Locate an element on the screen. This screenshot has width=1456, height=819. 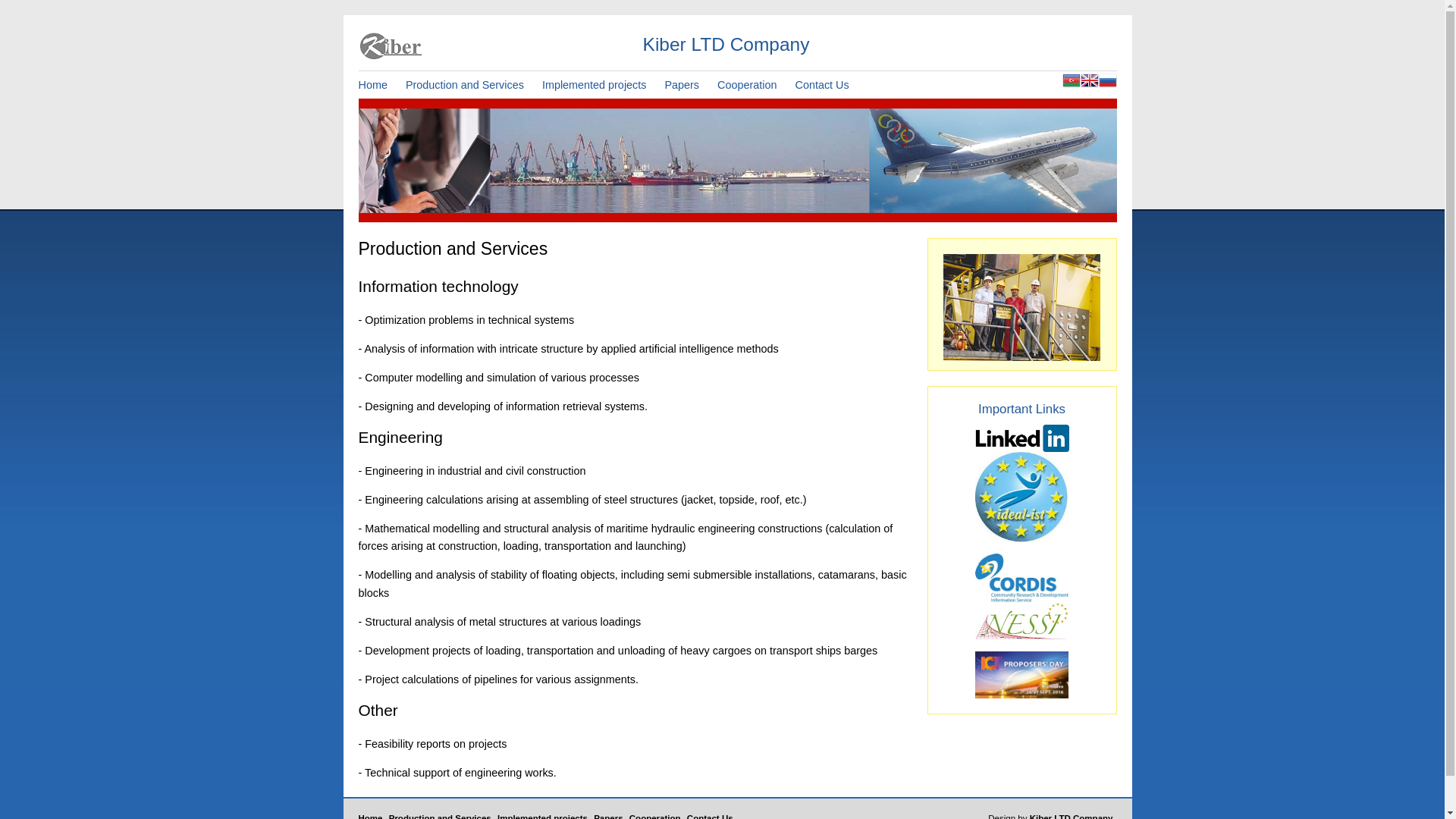
'Implemented projects' is located at coordinates (542, 84).